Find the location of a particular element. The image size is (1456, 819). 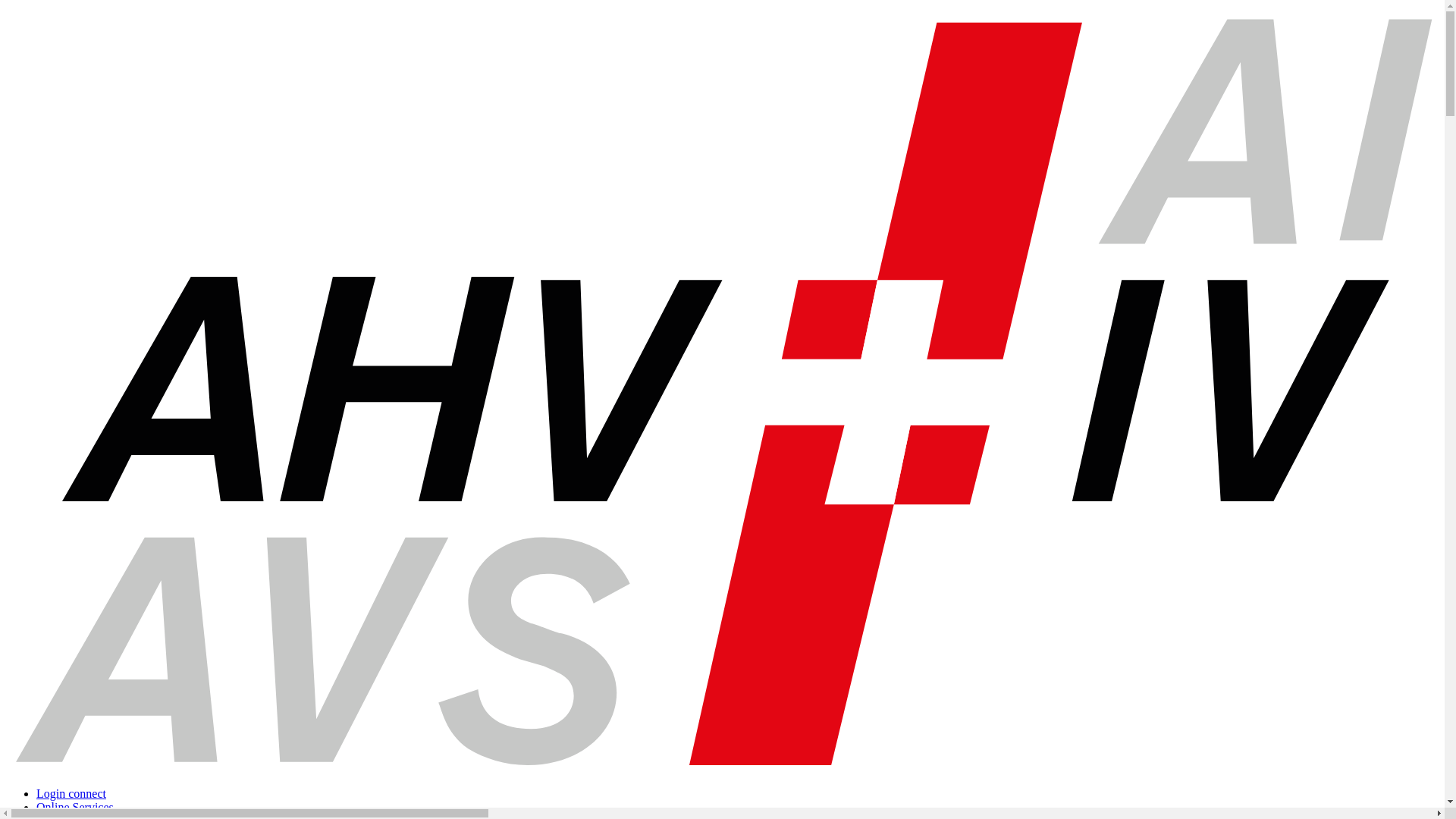

'Online Services' is located at coordinates (74, 806).